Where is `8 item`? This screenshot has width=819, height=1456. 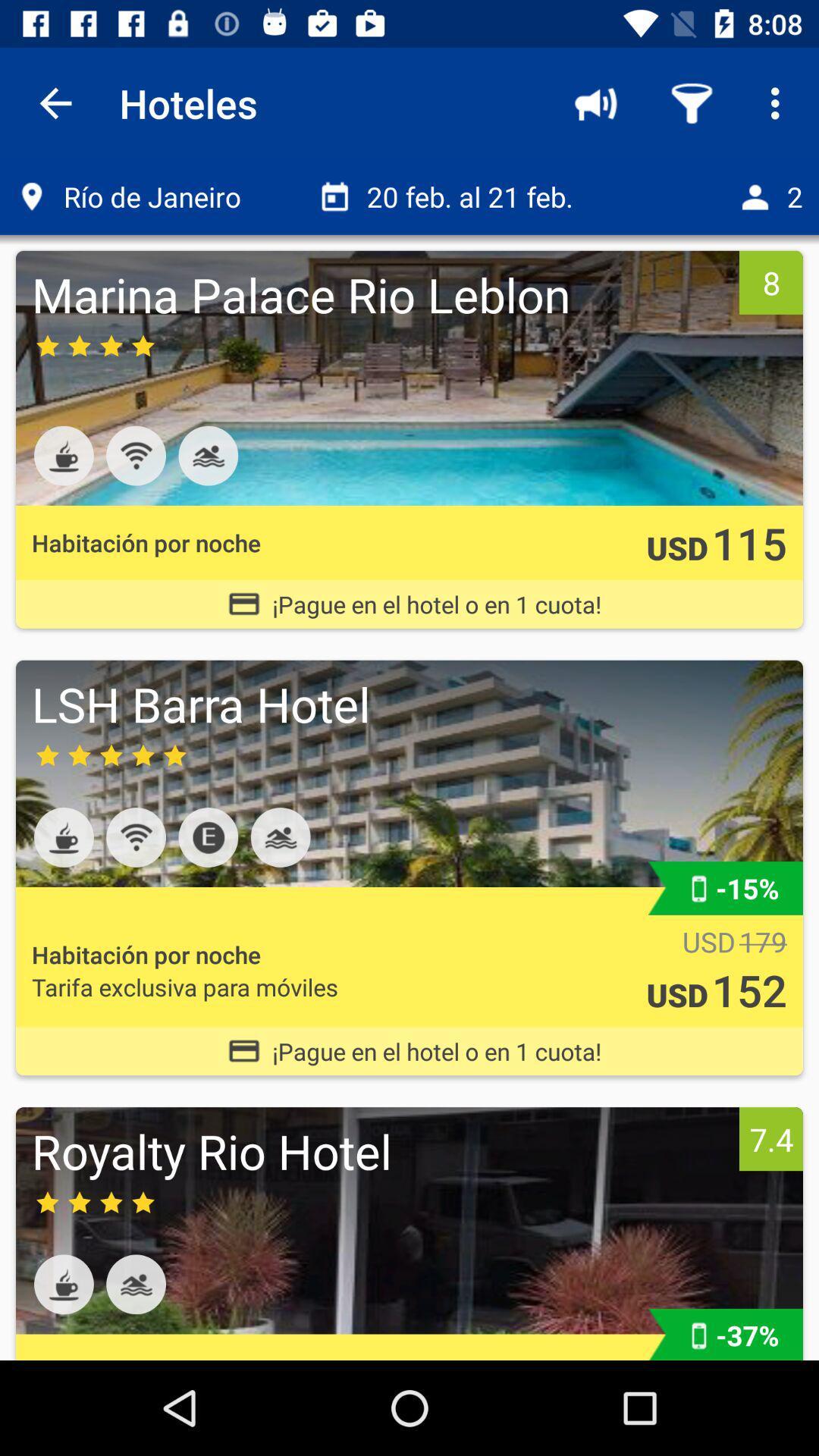 8 item is located at coordinates (771, 282).